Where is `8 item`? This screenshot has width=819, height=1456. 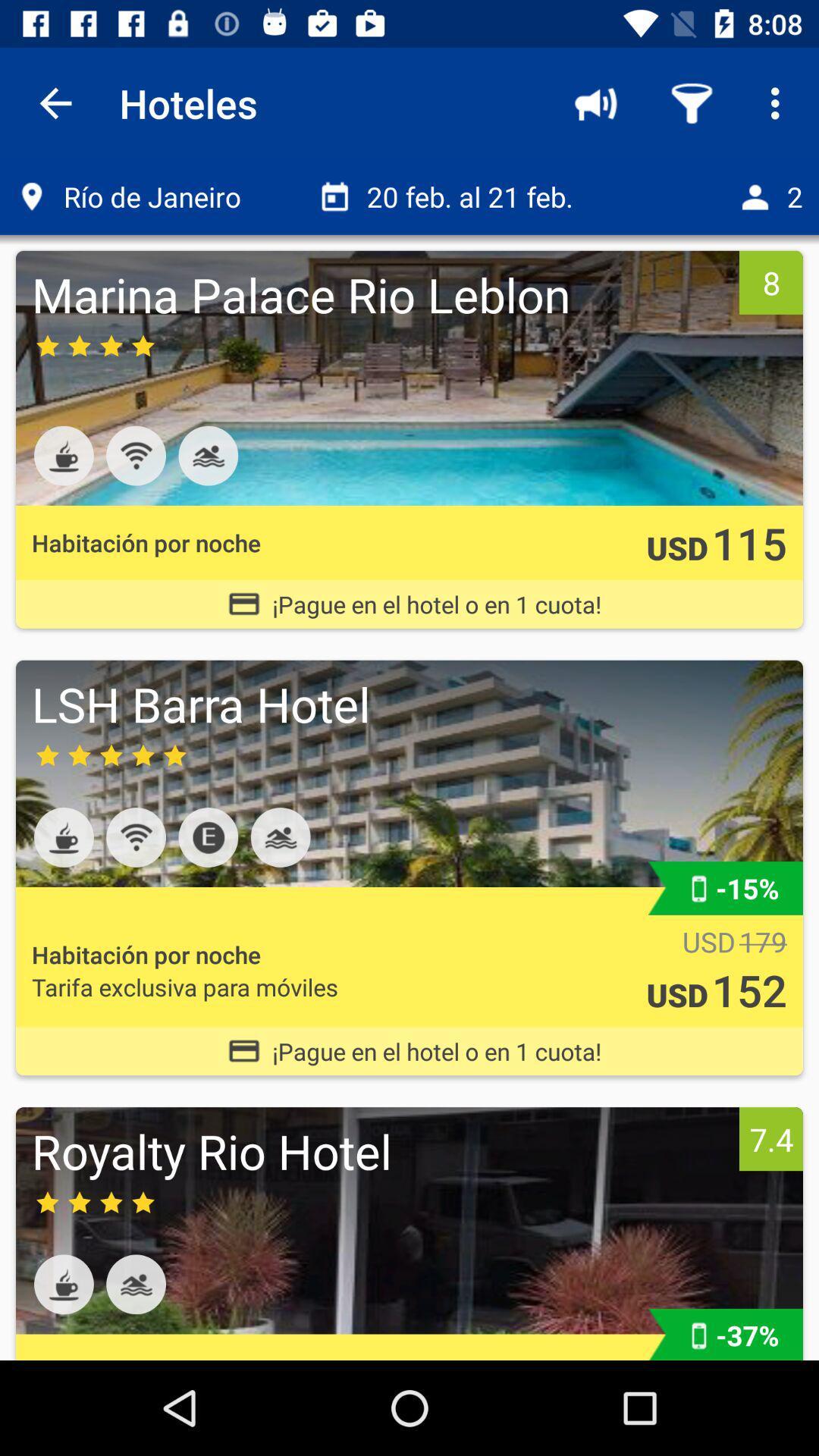 8 item is located at coordinates (771, 282).